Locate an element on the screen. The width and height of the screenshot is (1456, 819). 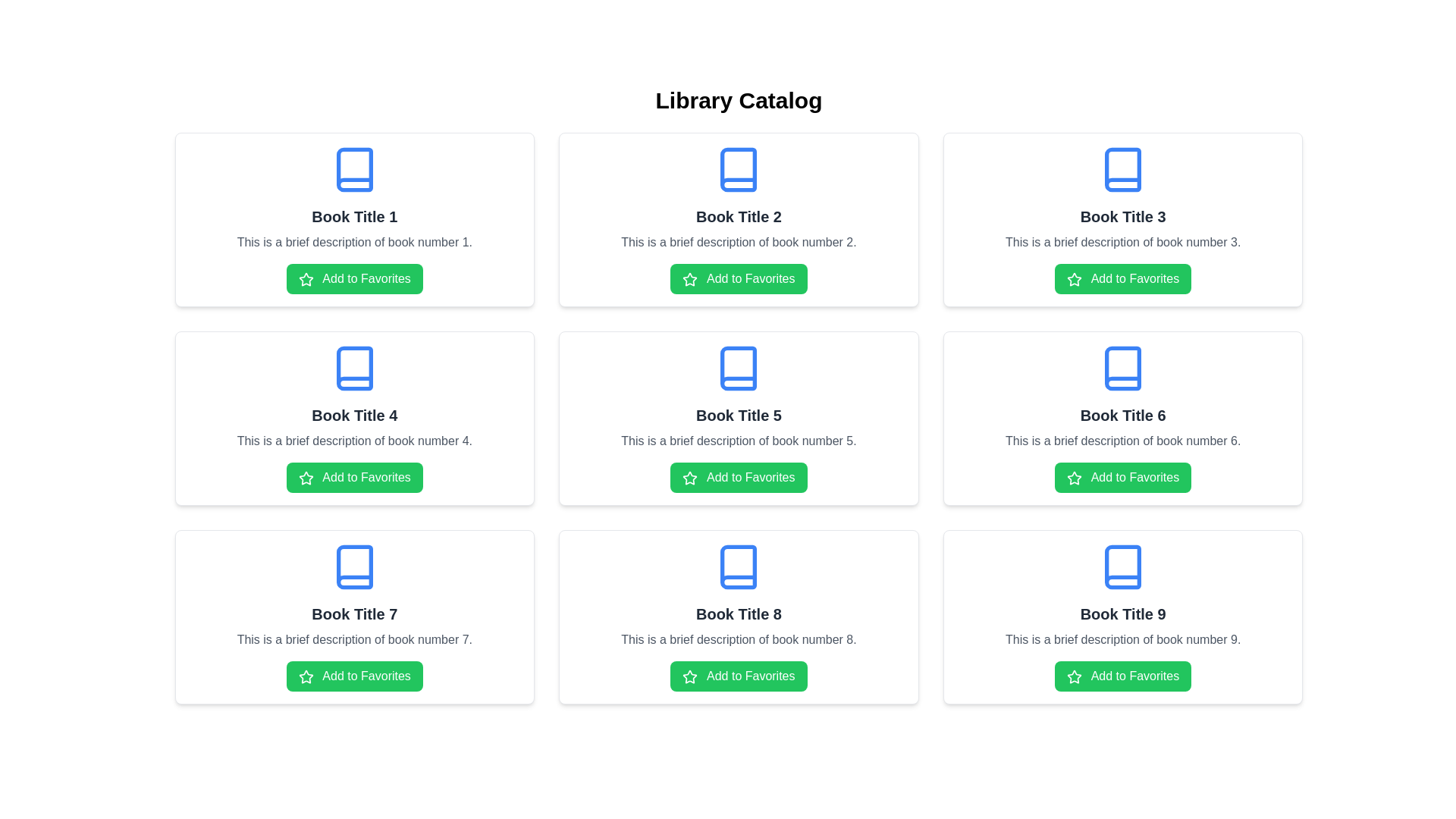
the star icon within the 'Add to Favorites' button for 'Book Title 8', located in the third row, middle column of the grid layout is located at coordinates (689, 676).